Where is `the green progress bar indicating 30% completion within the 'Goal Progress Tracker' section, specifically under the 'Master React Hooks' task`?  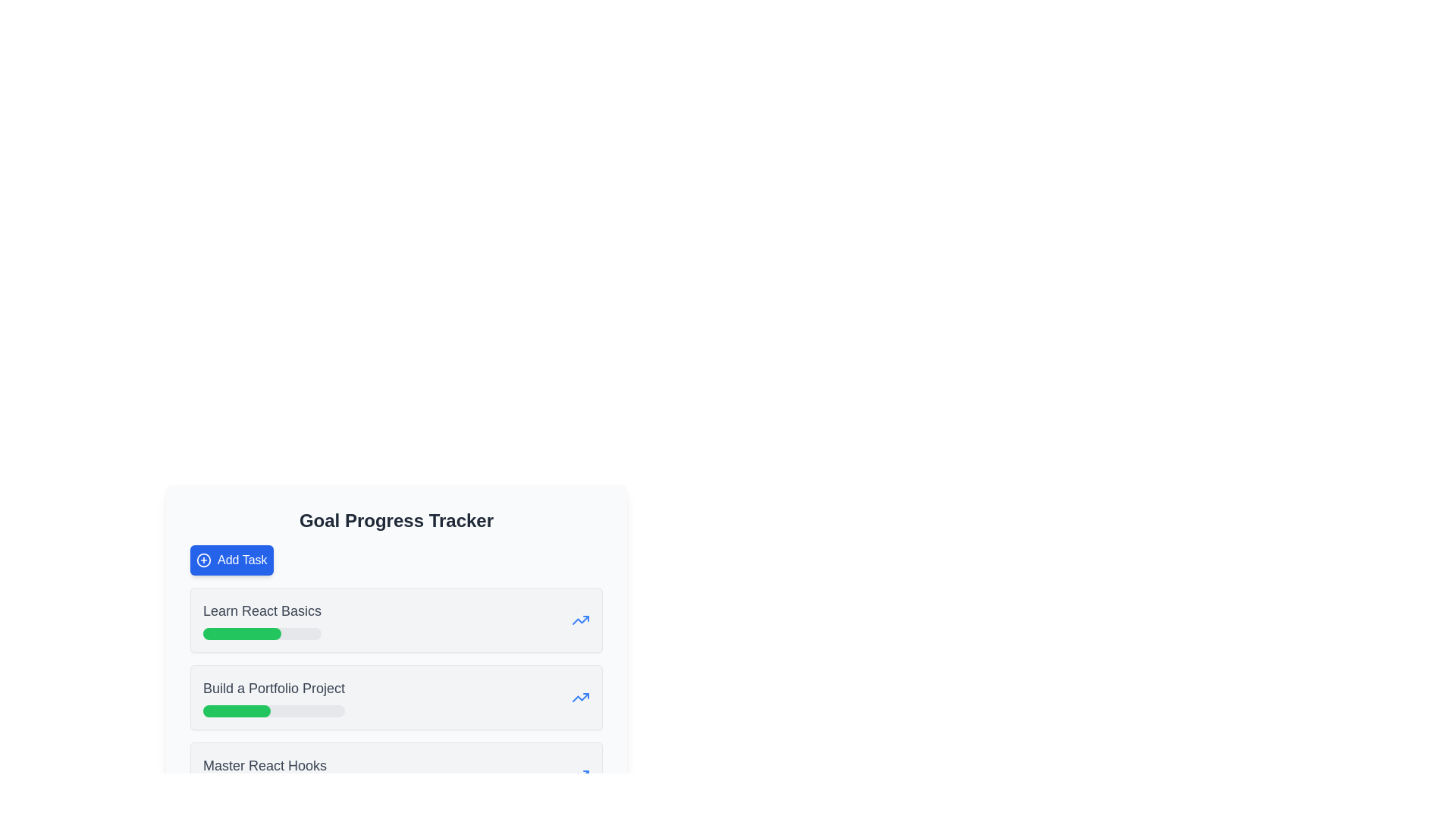 the green progress bar indicating 30% completion within the 'Goal Progress Tracker' section, specifically under the 'Master React Hooks' task is located at coordinates (221, 788).